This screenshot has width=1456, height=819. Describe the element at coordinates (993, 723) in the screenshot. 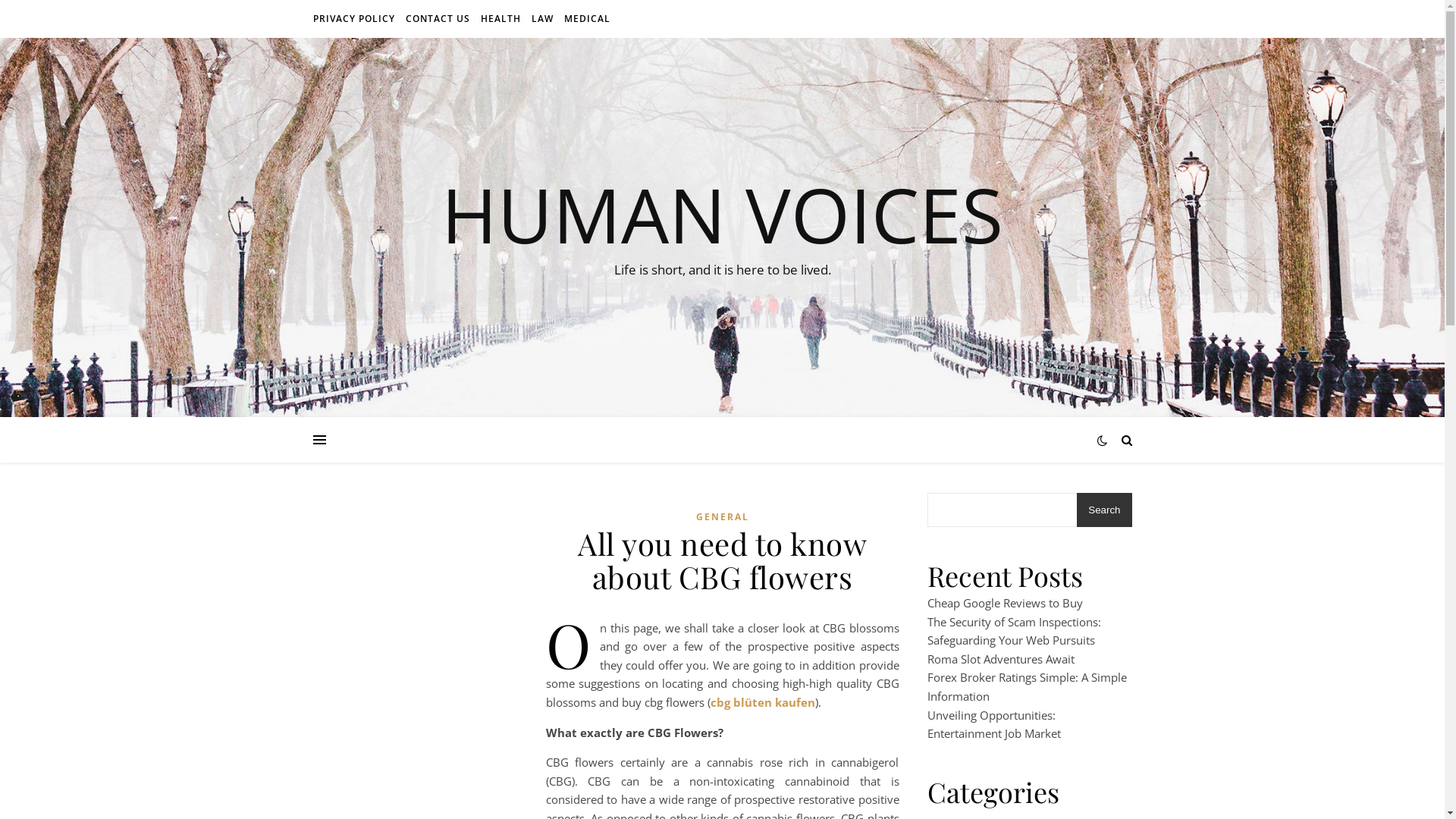

I see `'Unveiling Opportunities: Entertainment Job Market'` at that location.